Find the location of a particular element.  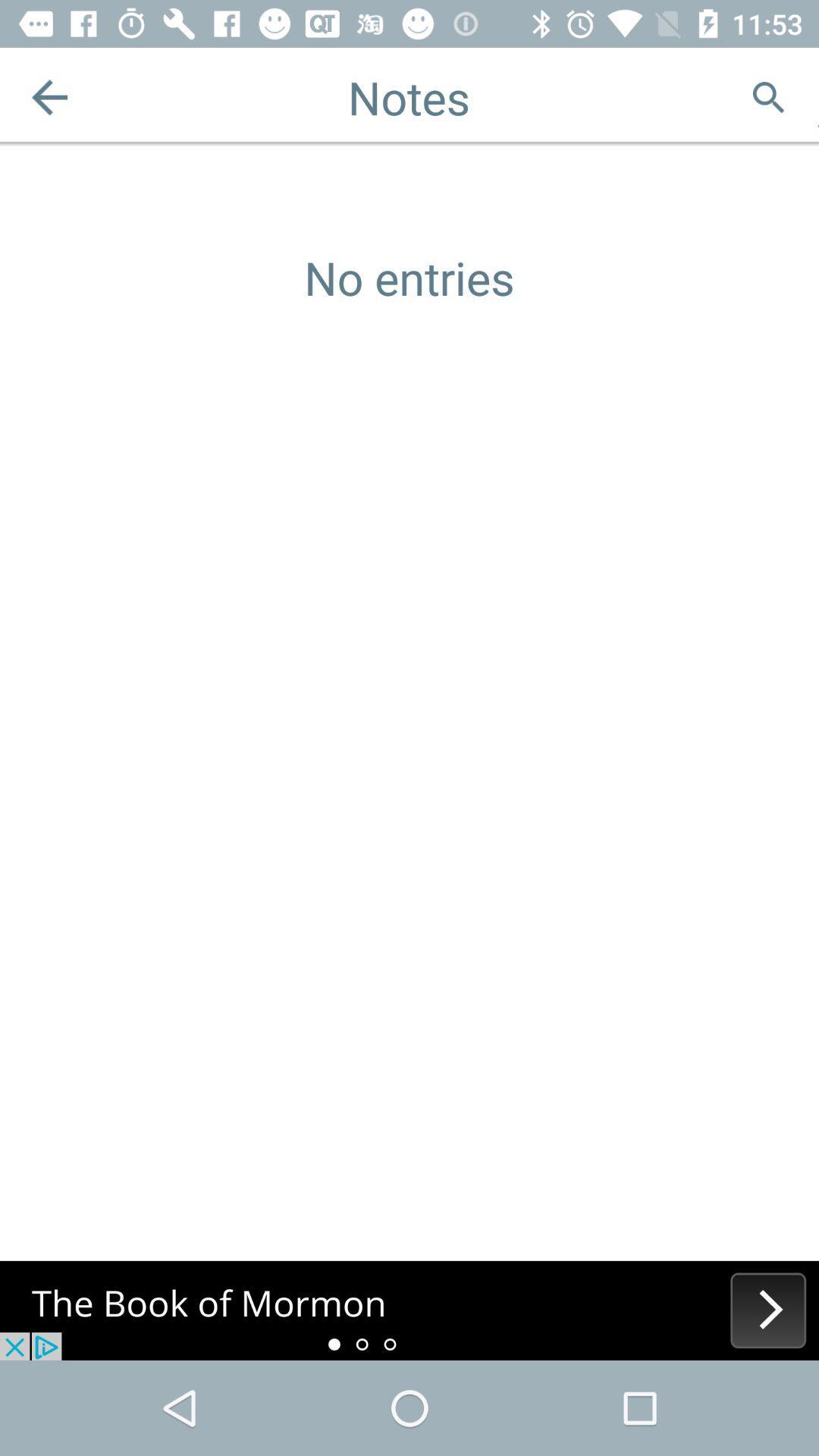

search button is located at coordinates (768, 96).